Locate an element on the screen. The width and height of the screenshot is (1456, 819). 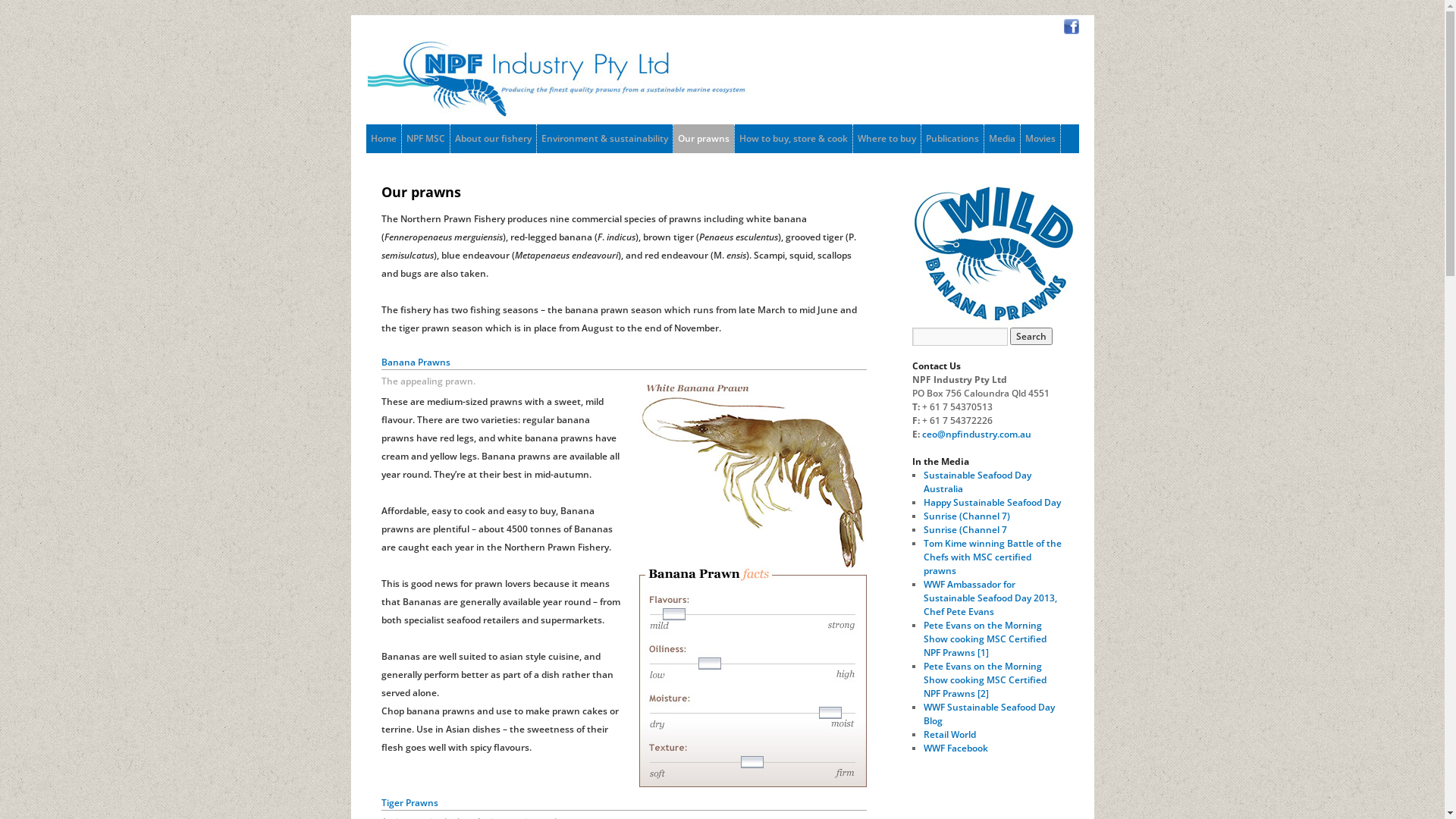
'NPF MSC' is located at coordinates (425, 138).